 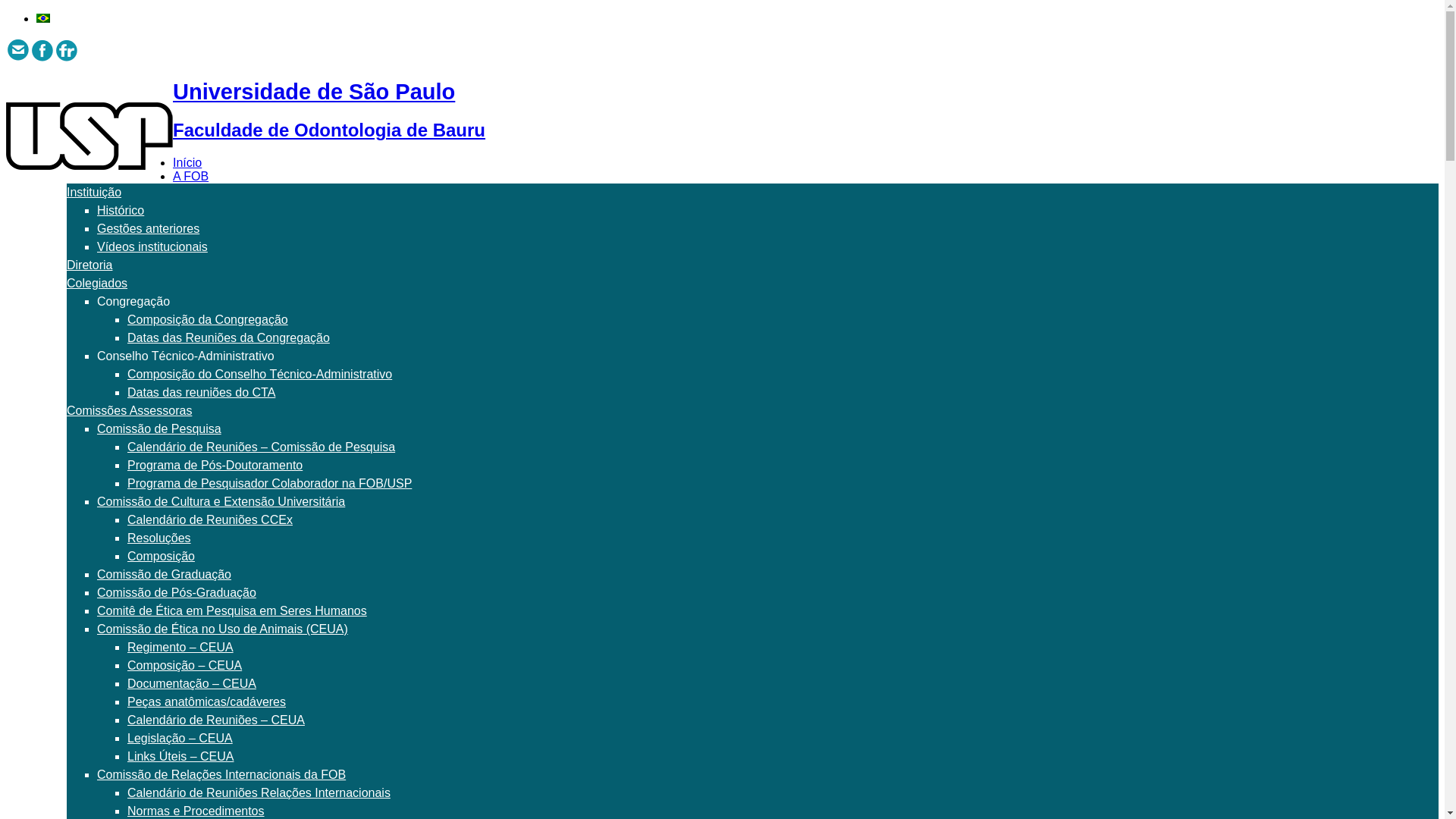 What do you see at coordinates (42, 49) in the screenshot?
I see `'Facebook'` at bounding box center [42, 49].